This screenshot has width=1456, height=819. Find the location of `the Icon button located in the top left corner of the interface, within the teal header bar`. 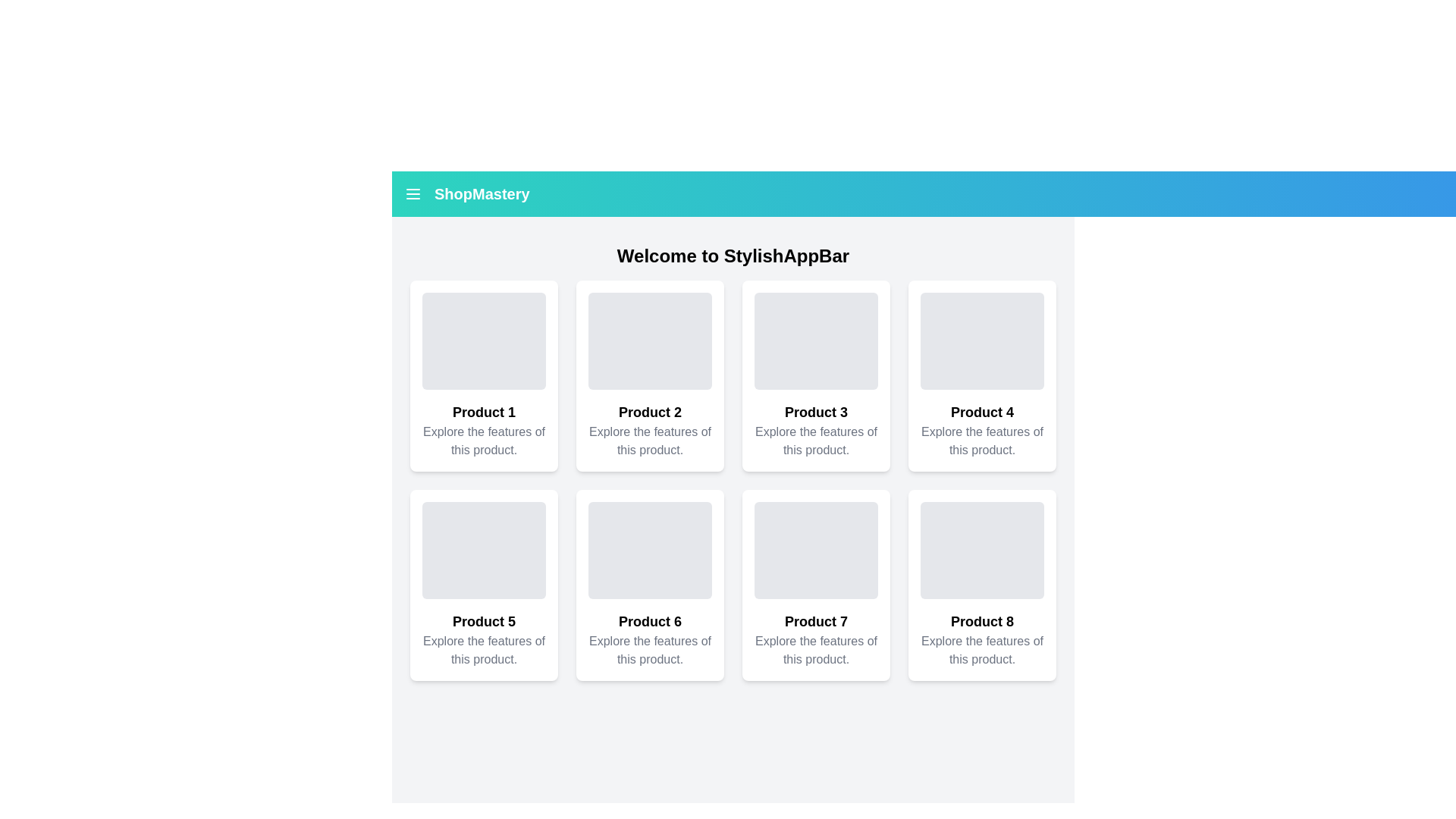

the Icon button located in the top left corner of the interface, within the teal header bar is located at coordinates (413, 193).